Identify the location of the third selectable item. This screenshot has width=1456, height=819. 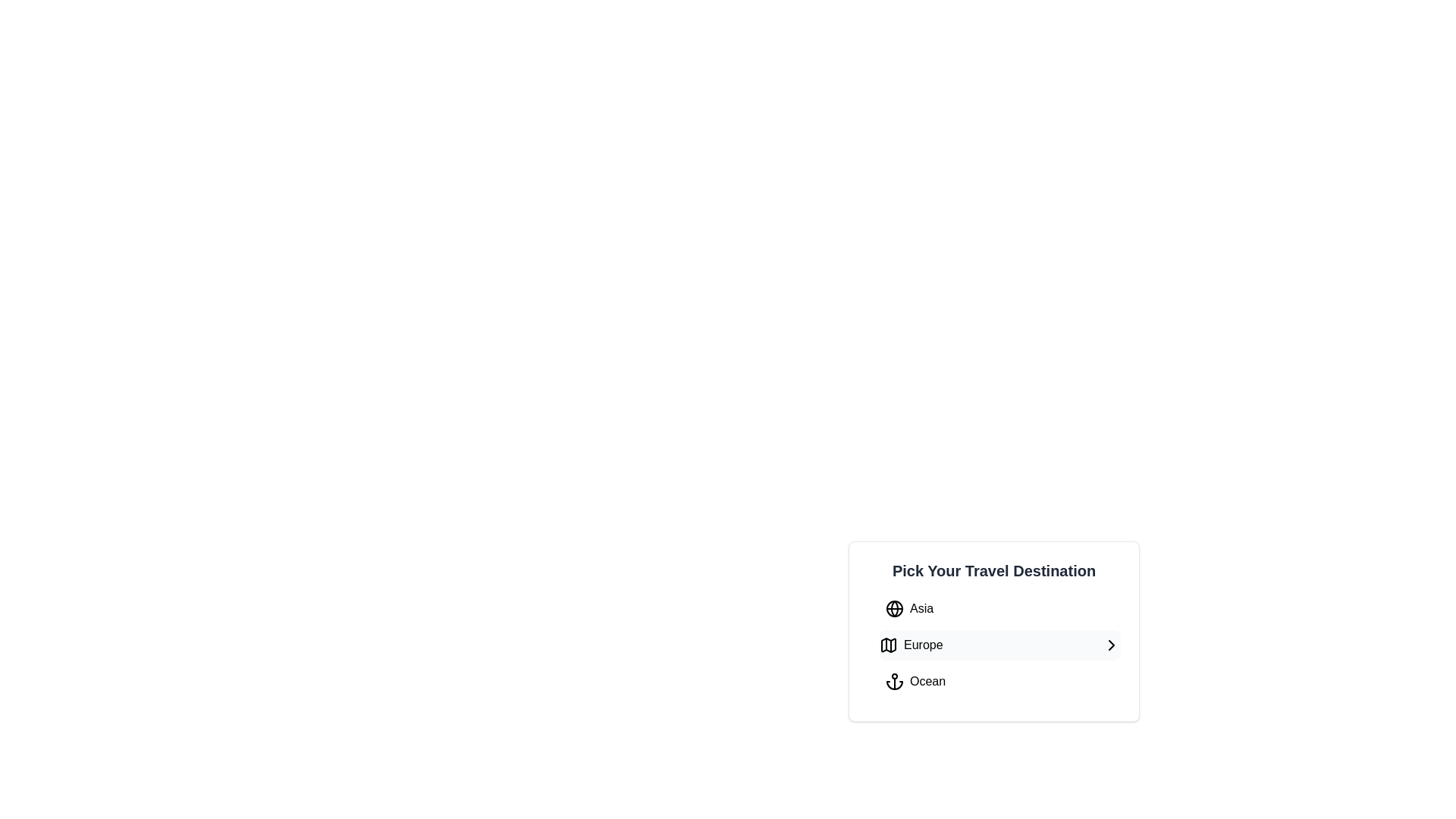
(915, 680).